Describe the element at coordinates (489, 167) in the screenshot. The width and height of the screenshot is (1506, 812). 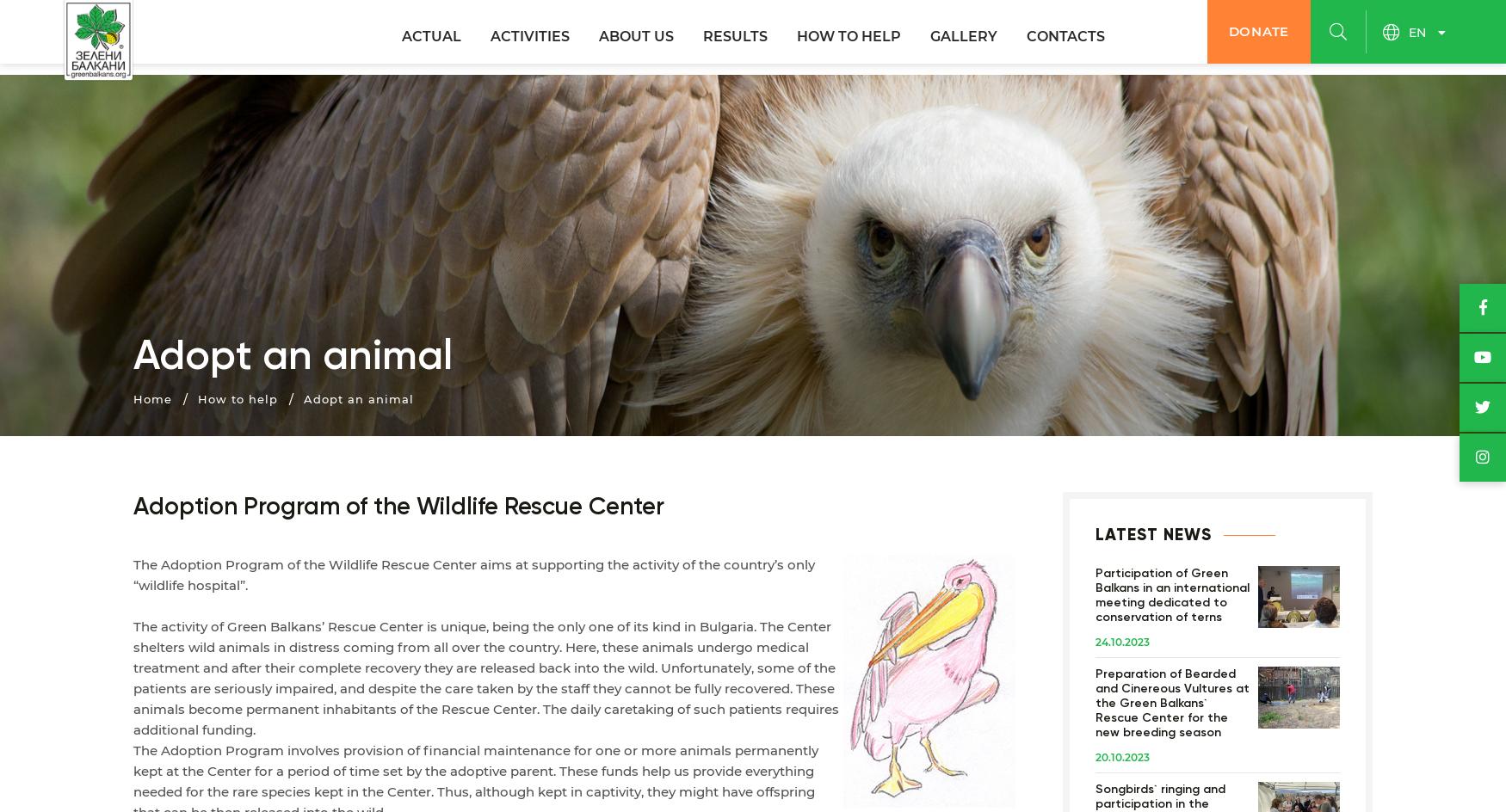
I see `'Managing board'` at that location.